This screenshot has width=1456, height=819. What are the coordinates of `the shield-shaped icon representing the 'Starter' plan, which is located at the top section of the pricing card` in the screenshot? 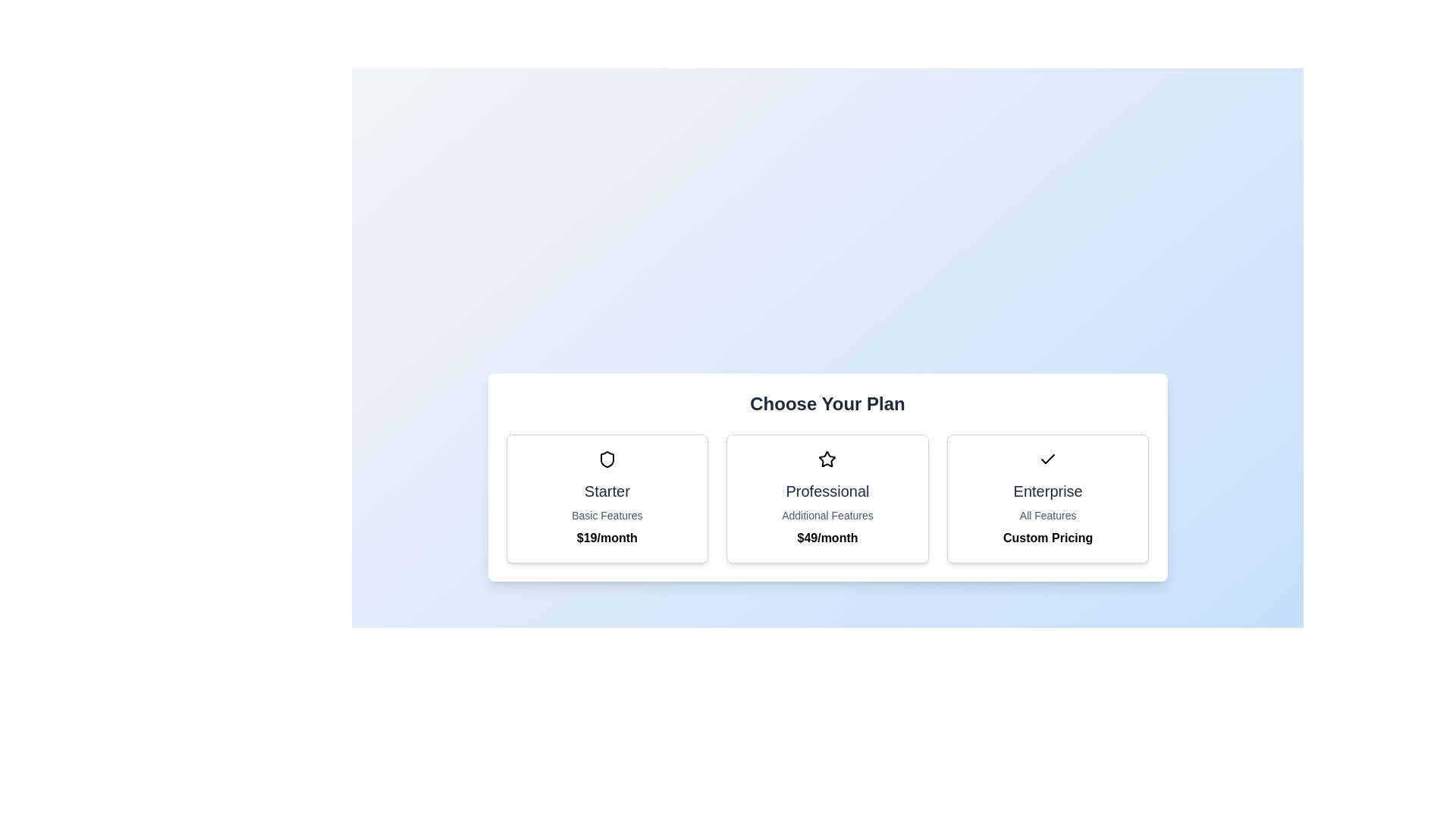 It's located at (607, 458).